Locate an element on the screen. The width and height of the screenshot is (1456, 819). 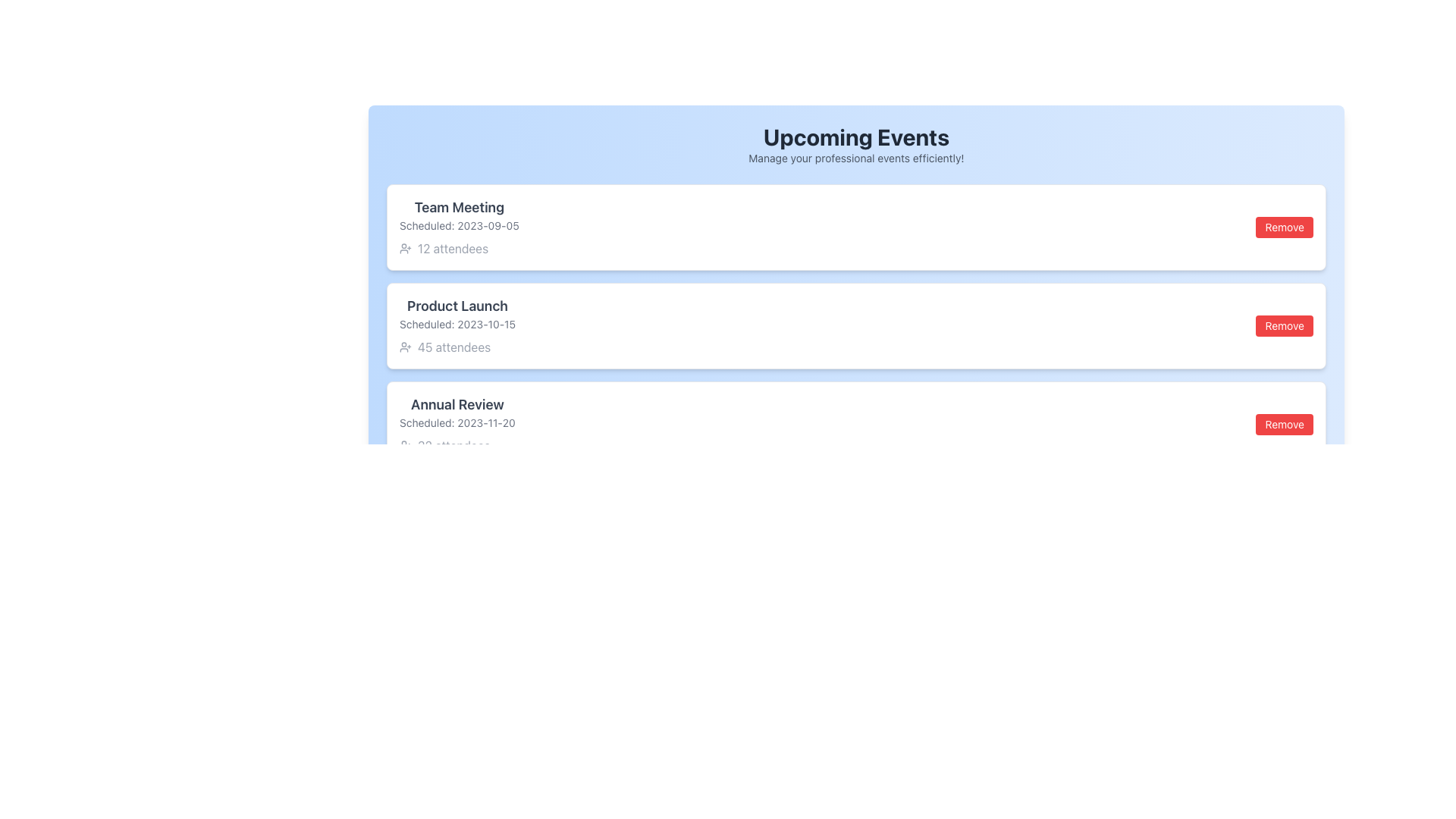
the non-interactive Text Label that displays the scheduled date for the event, located below the title 'Annual Review' and above the information about '32 attendees' is located at coordinates (457, 423).